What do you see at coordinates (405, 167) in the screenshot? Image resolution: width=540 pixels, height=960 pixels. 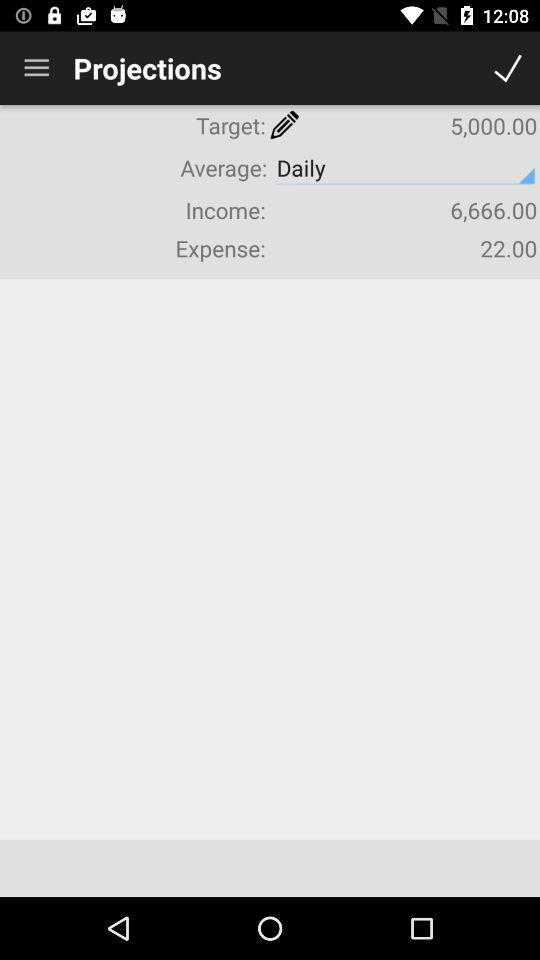 I see `daily` at bounding box center [405, 167].